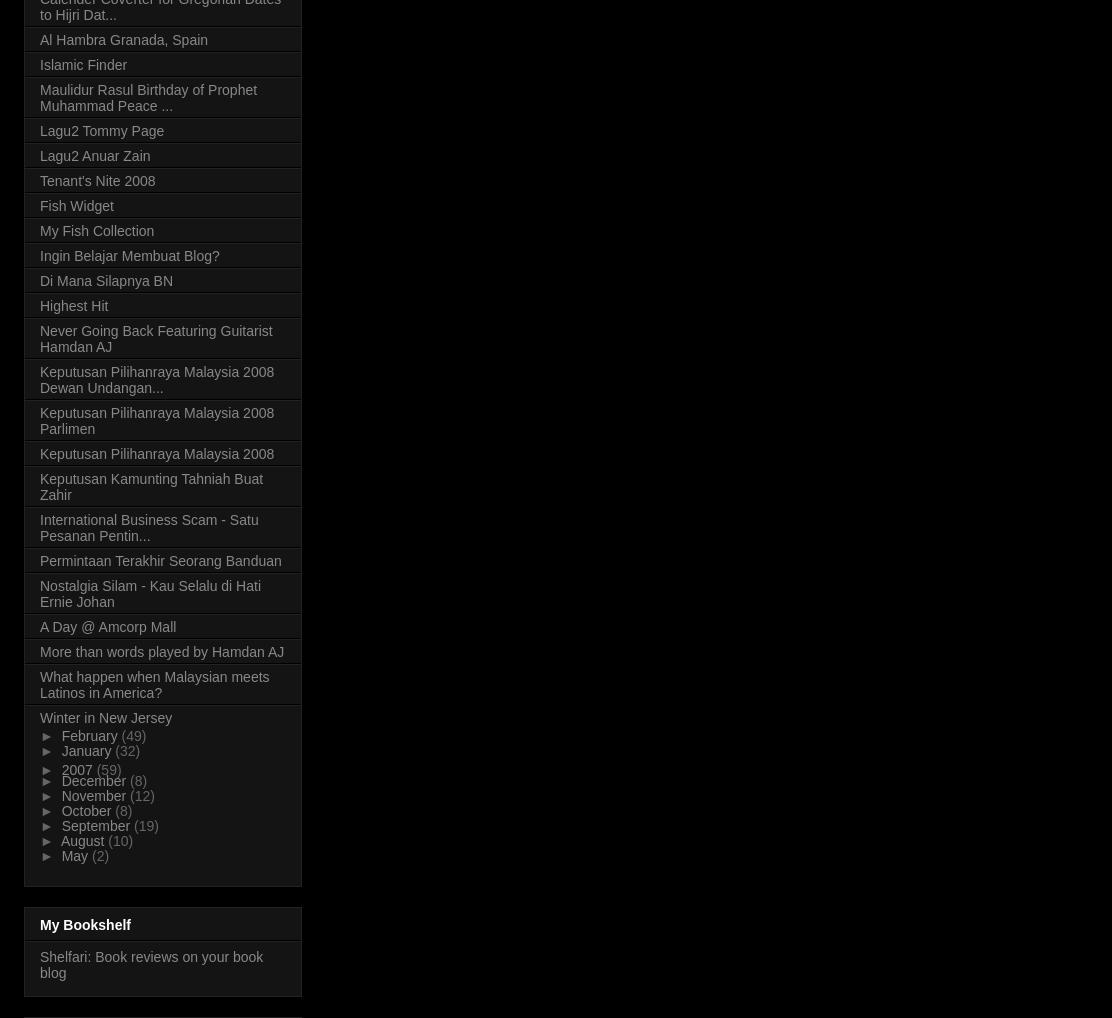 Image resolution: width=1112 pixels, height=1018 pixels. Describe the element at coordinates (105, 279) in the screenshot. I see `'Di Mana Silapnya BN'` at that location.